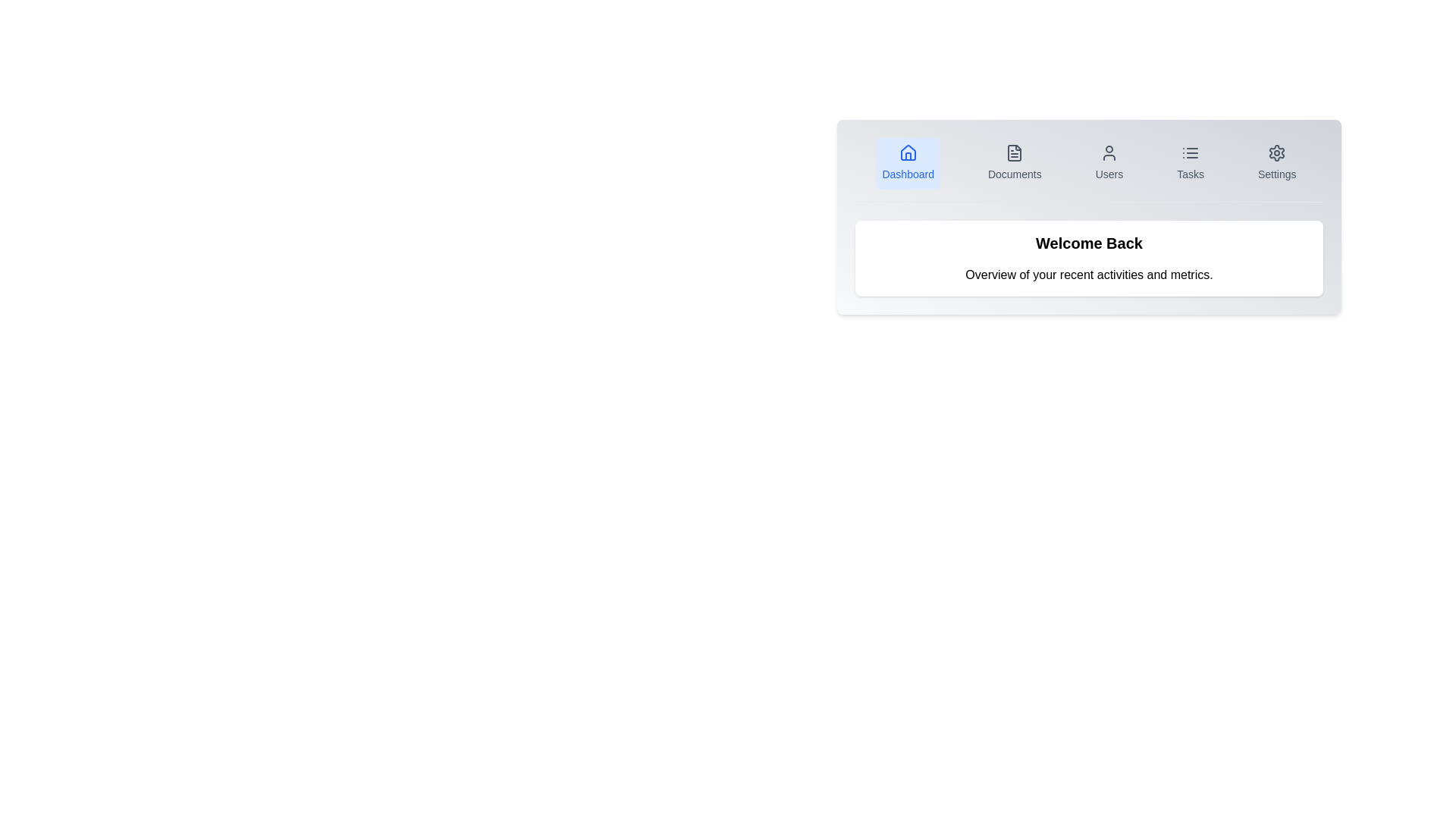  I want to click on the navigation button at the top left of the interface to trigger the hover effect, so click(908, 164).